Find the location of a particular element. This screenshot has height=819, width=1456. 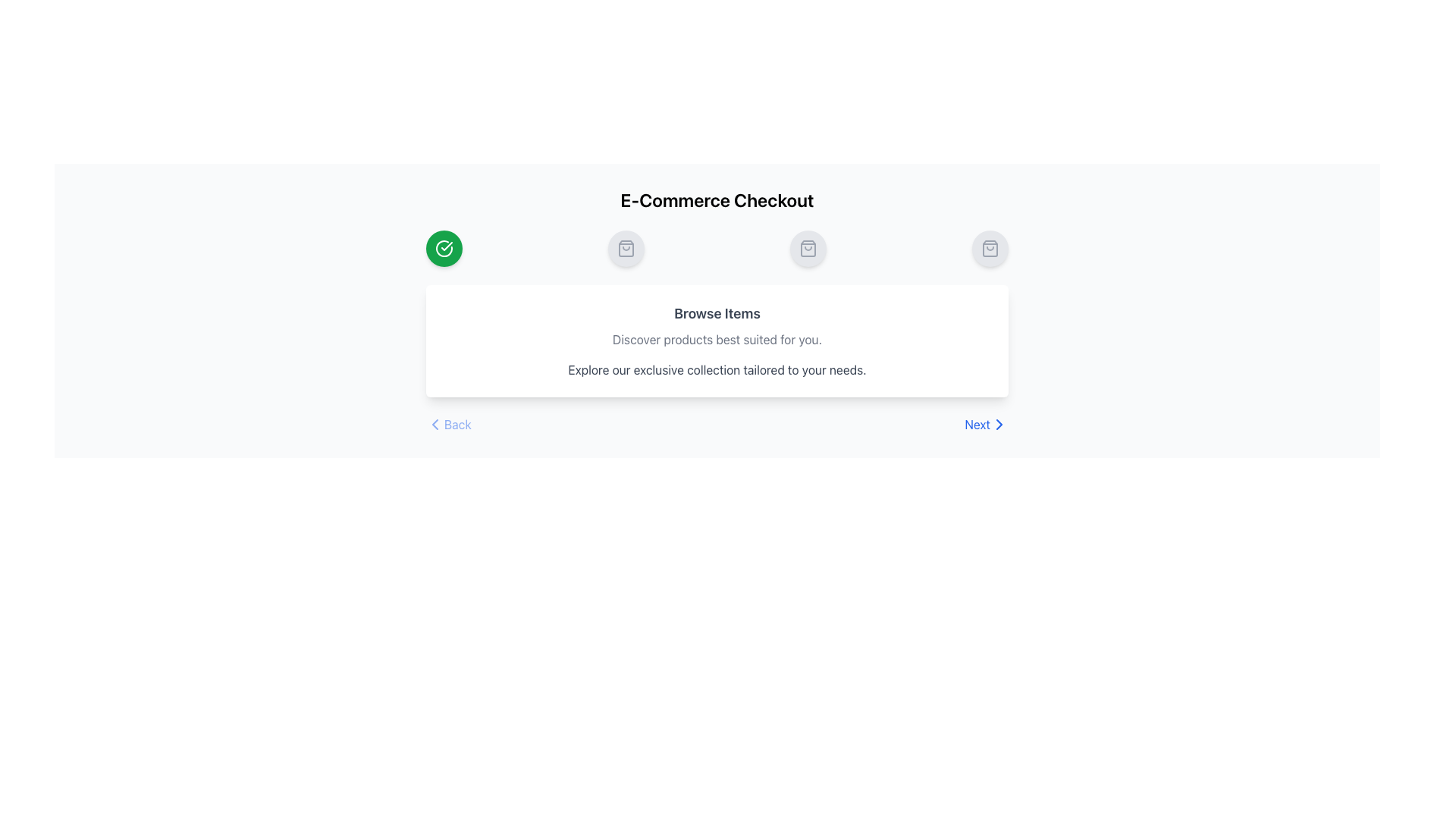

the small triangular arrow icon pointing towards the left, which is part of the 'Back' button group in the navigation area is located at coordinates (435, 424).